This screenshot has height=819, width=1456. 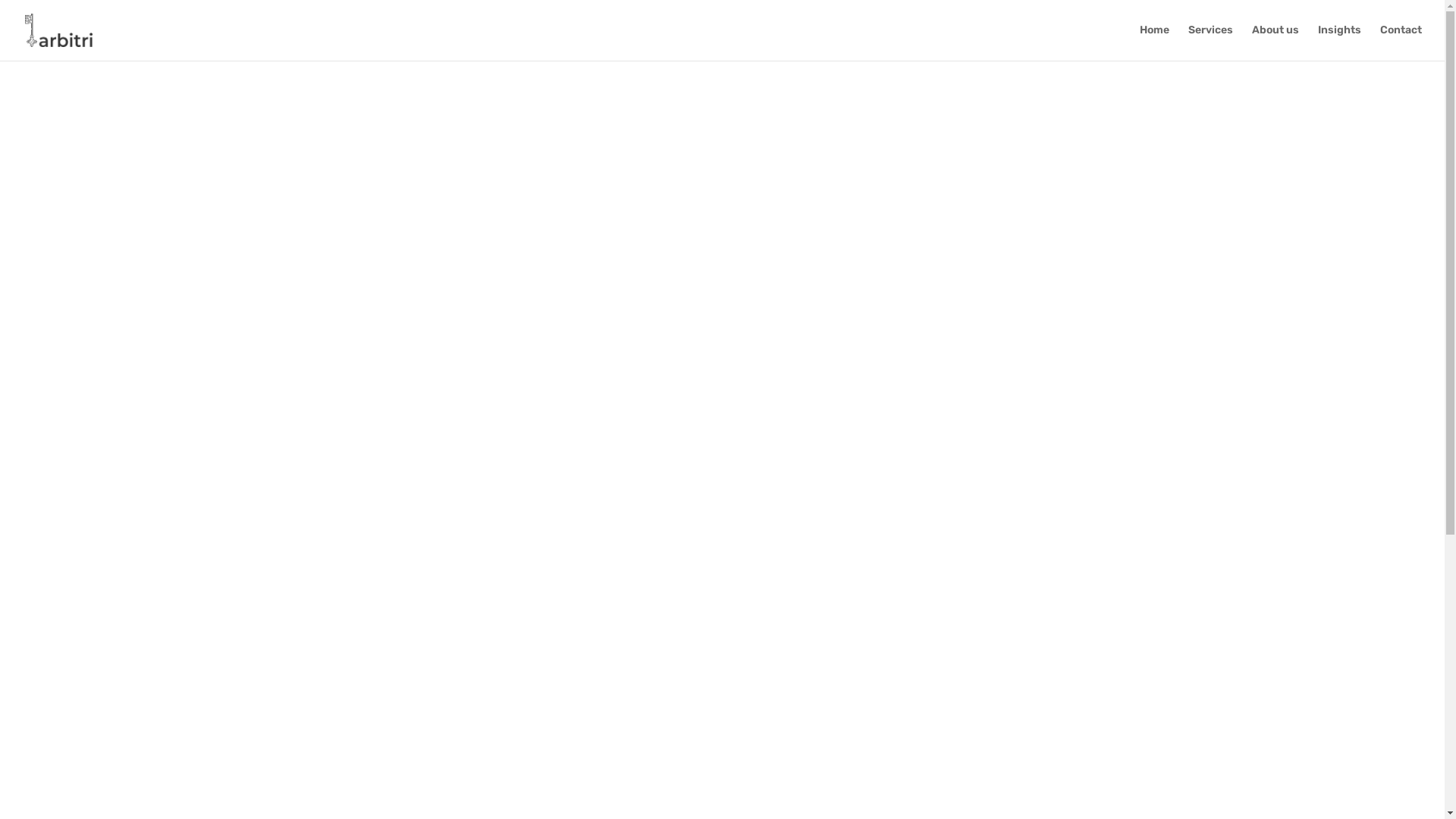 I want to click on 'Home', so click(x=1139, y=42).